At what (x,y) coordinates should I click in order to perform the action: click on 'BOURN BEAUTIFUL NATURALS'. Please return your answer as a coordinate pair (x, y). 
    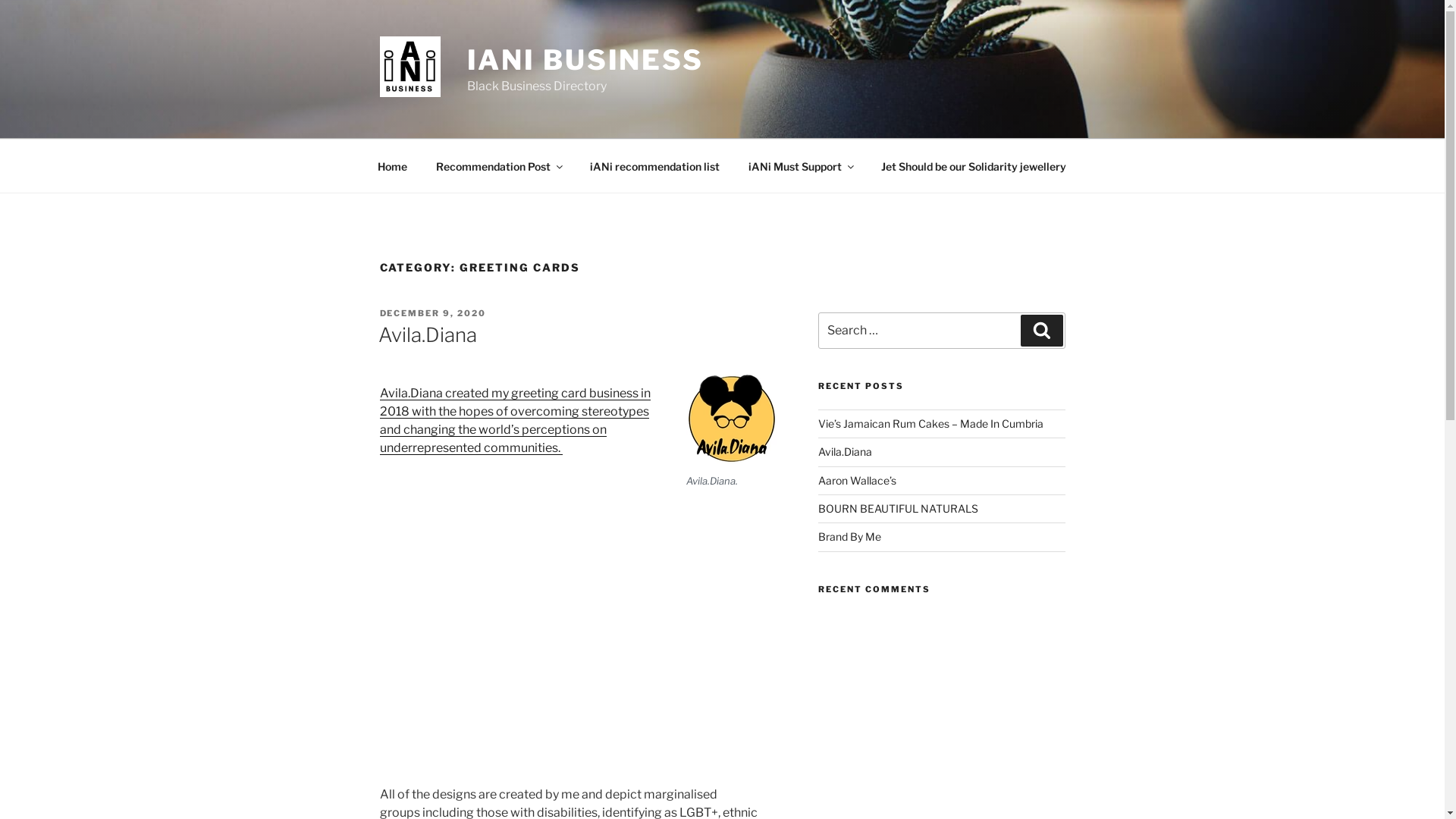
    Looking at the image, I should click on (898, 508).